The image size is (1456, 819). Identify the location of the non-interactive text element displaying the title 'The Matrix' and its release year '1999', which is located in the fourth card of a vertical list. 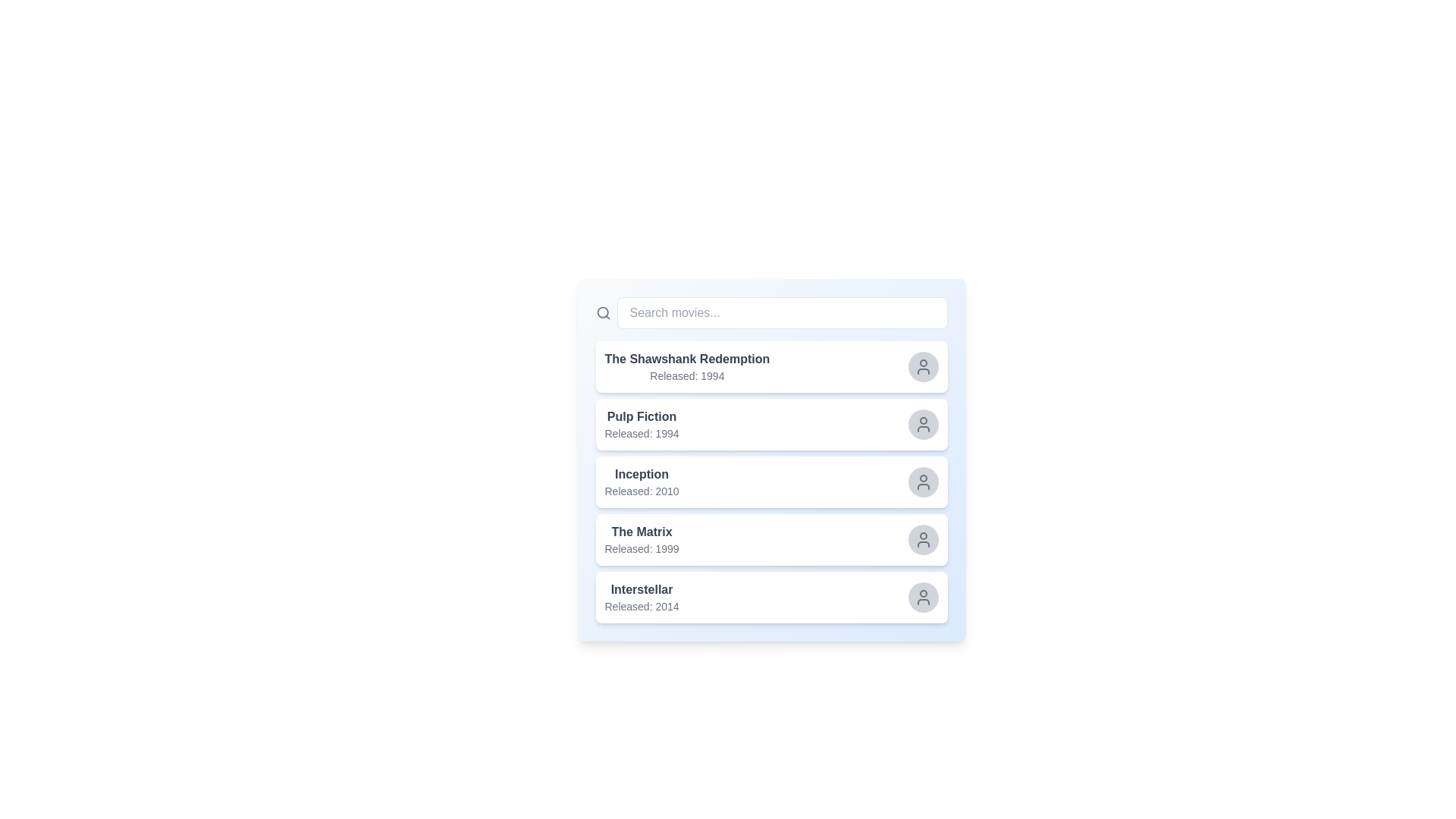
(642, 539).